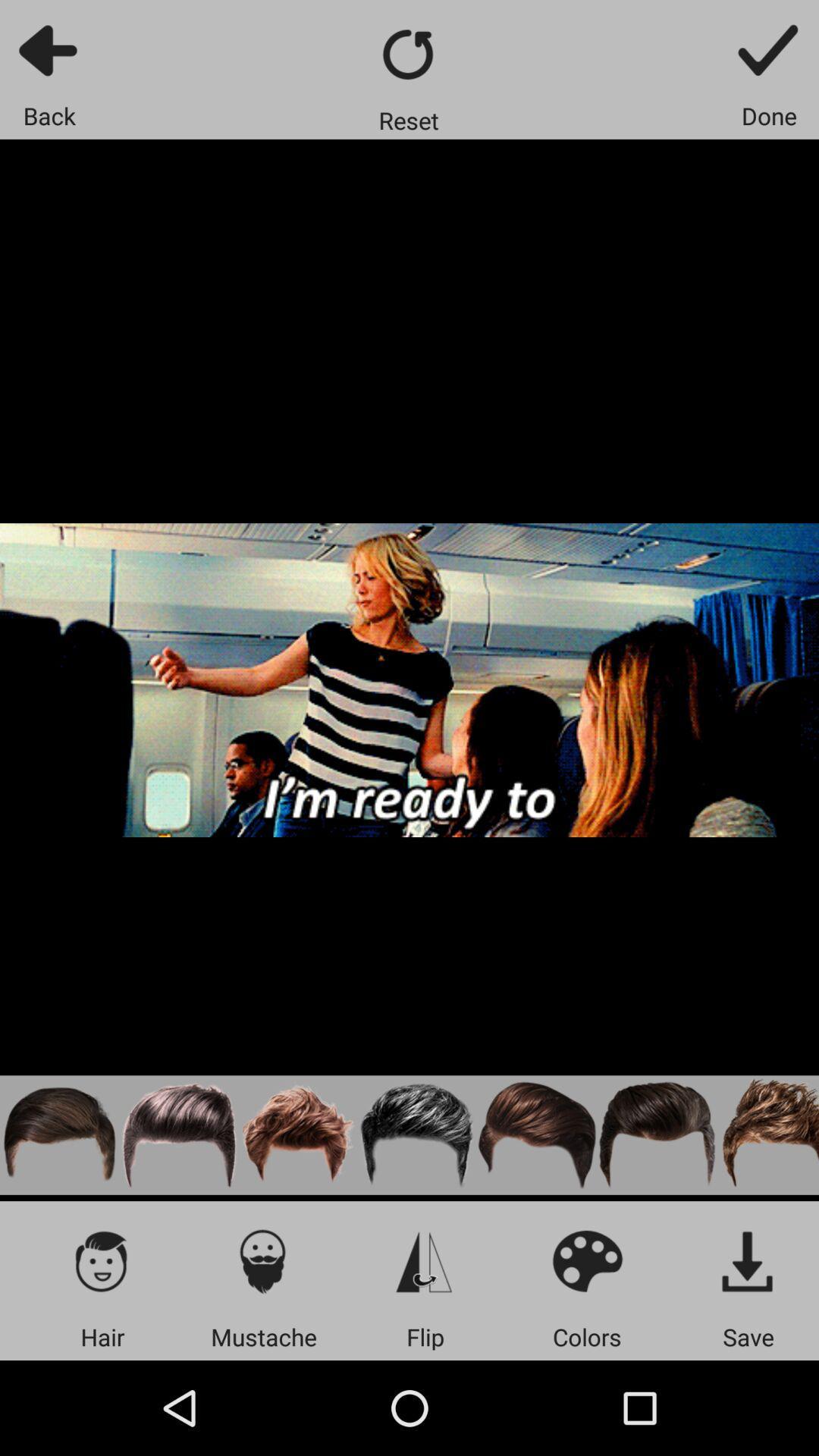  What do you see at coordinates (298, 1135) in the screenshot?
I see `third hair style` at bounding box center [298, 1135].